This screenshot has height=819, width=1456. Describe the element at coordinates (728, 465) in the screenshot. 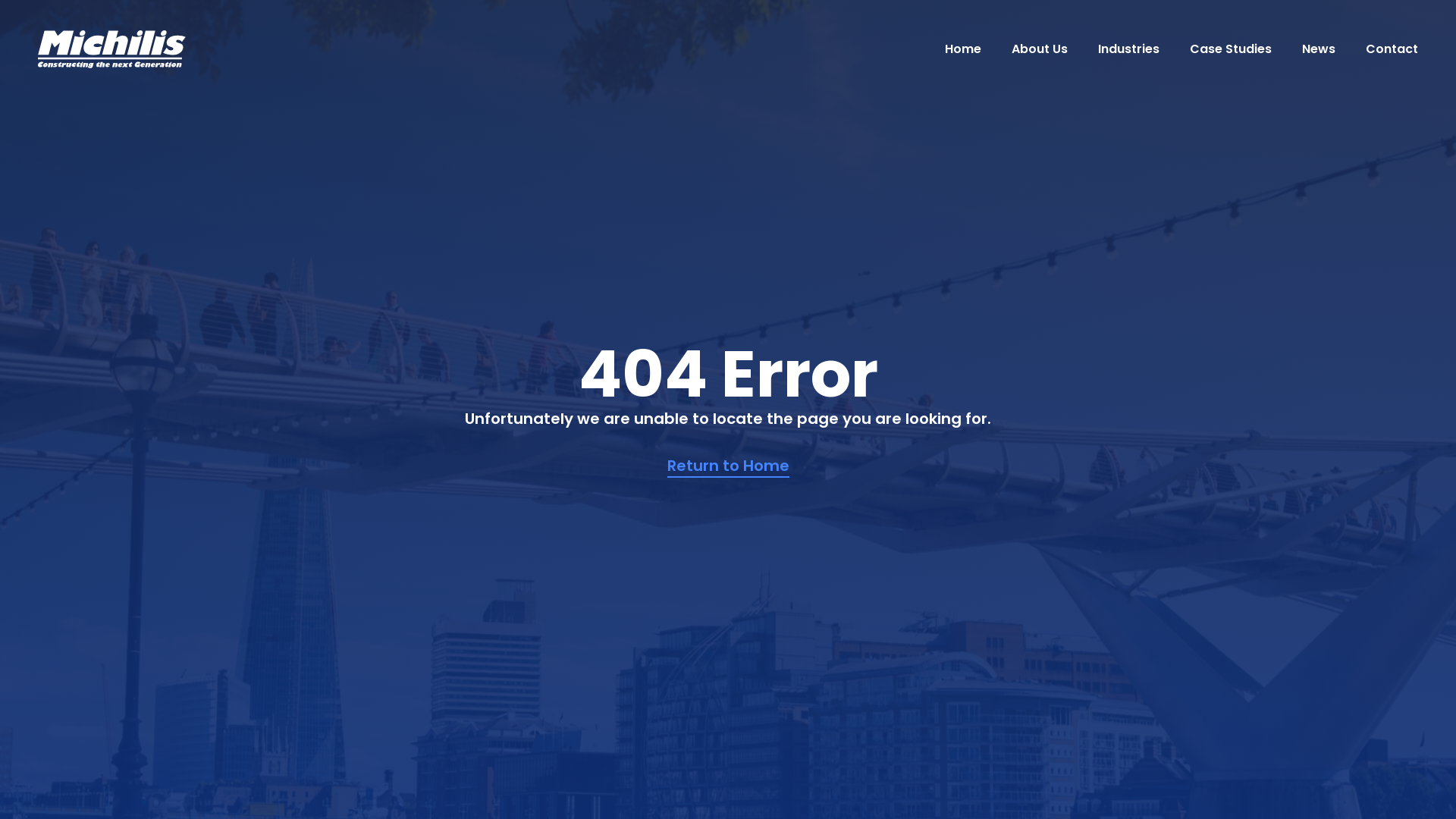

I see `'Return to Home'` at that location.